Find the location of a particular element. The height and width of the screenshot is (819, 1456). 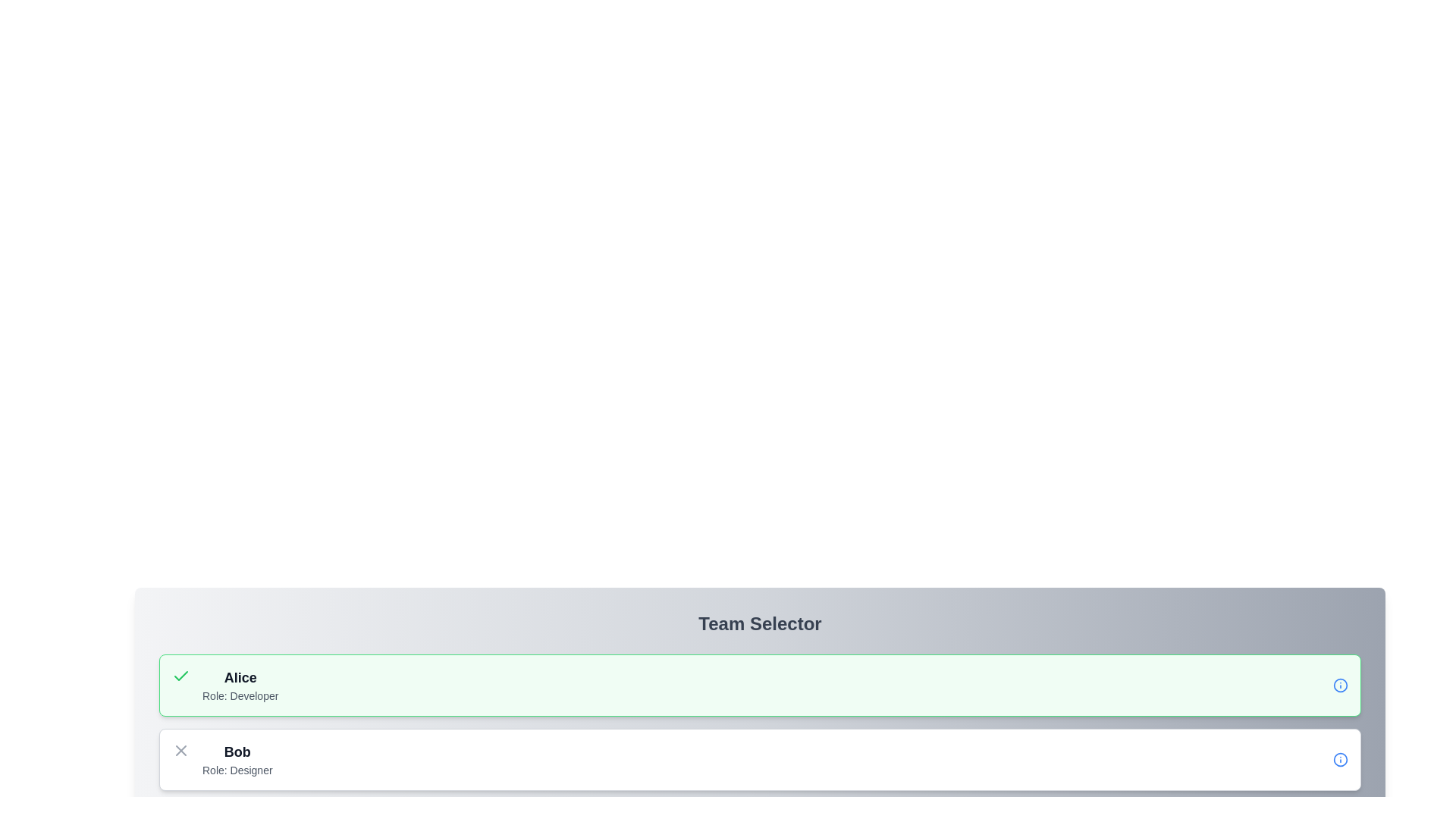

the remove icon for the list entry of 'Bob' (Designer) to indicate the option to deselect the associated entry is located at coordinates (181, 751).